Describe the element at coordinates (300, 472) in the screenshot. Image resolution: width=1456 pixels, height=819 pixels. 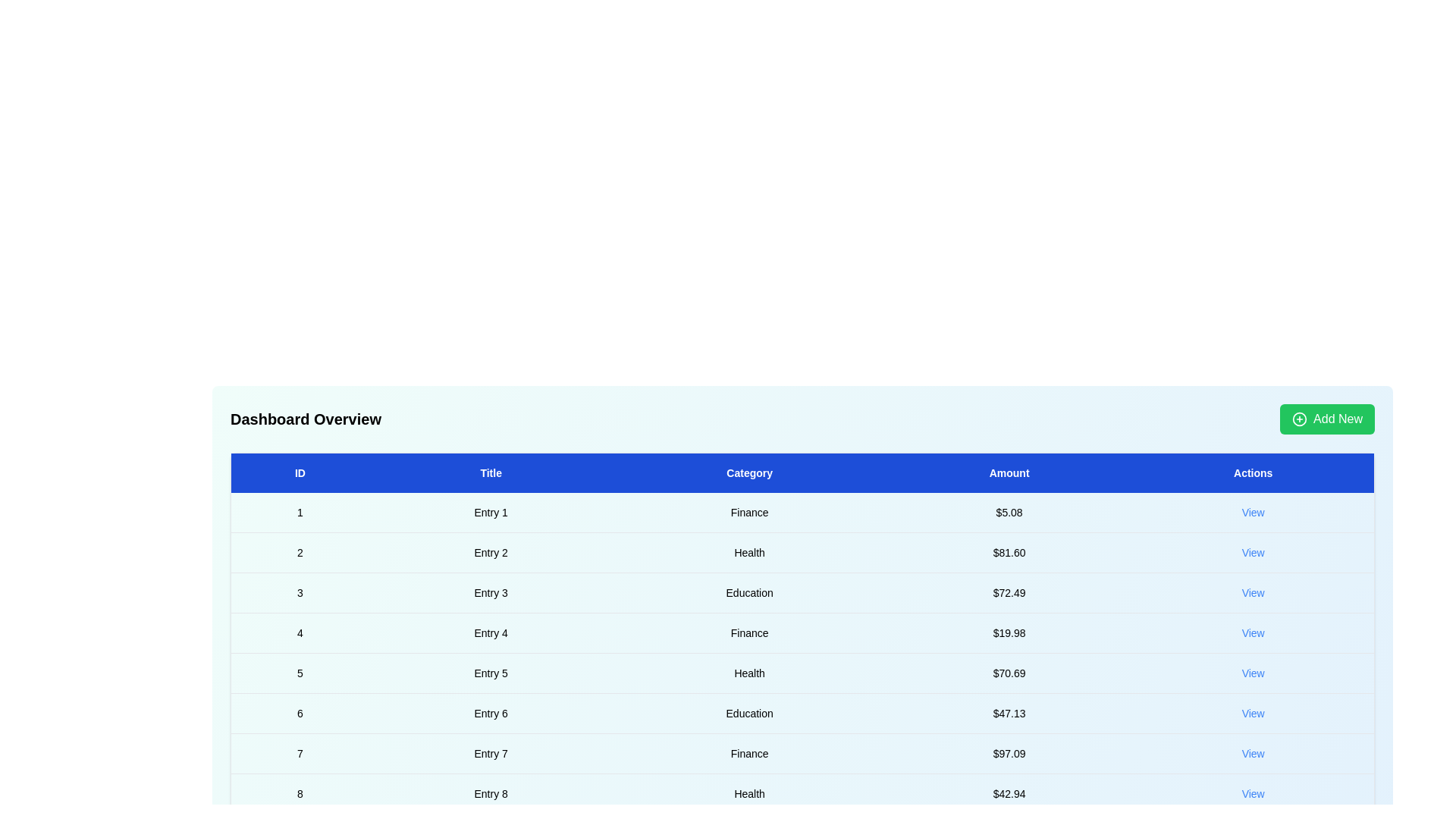
I see `the header ID to sort the table` at that location.